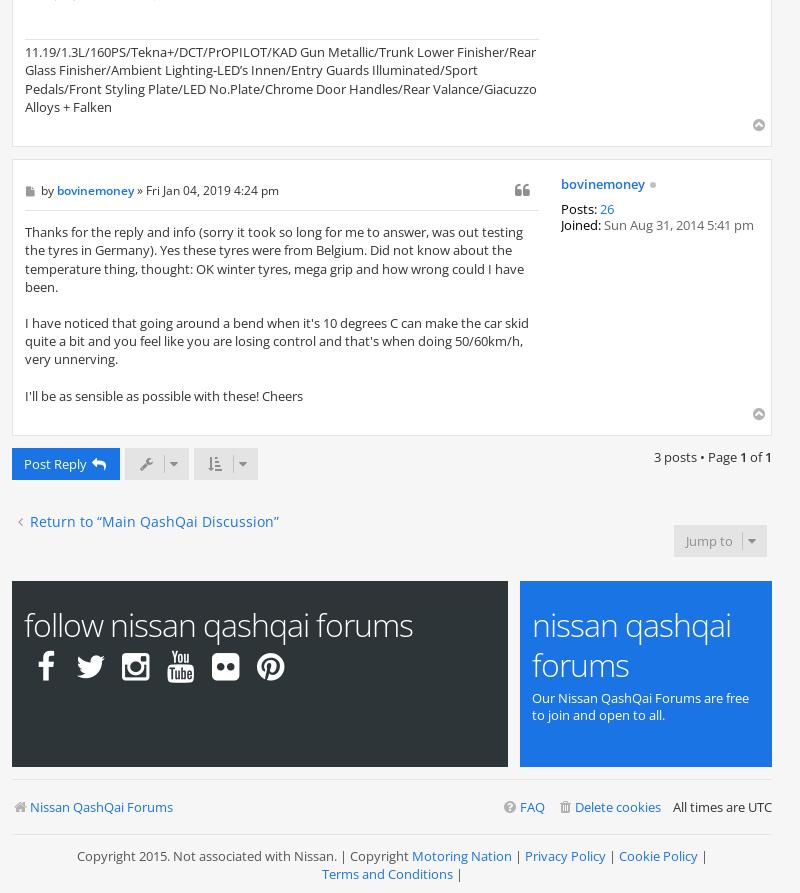 Image resolution: width=800 pixels, height=893 pixels. I want to click on 'Motoring Nation', so click(460, 853).